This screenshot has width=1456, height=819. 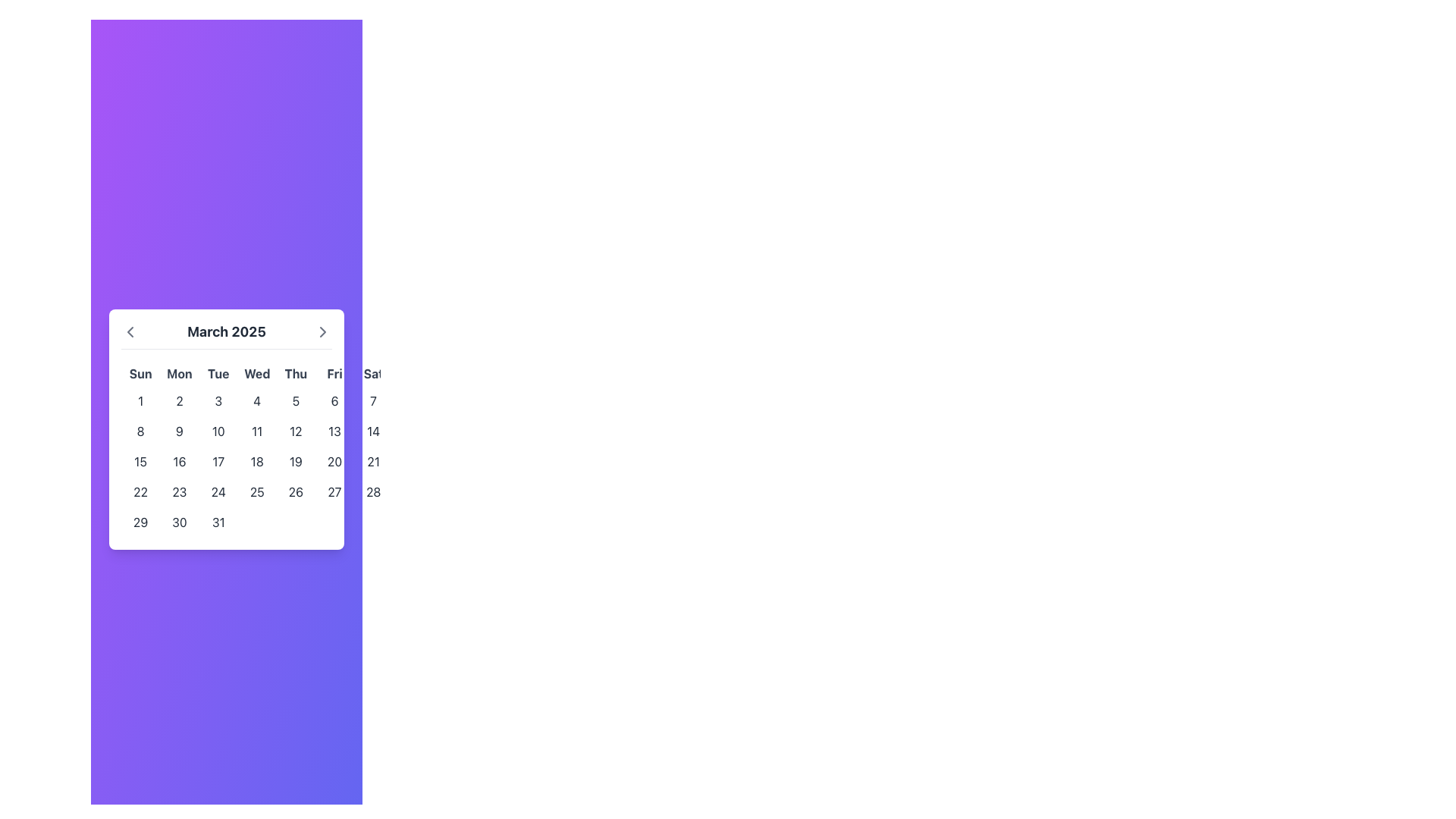 I want to click on the right arrow icon in the calendar header next to 'March 2025' to observe the styling change from gray to black, so click(x=322, y=331).